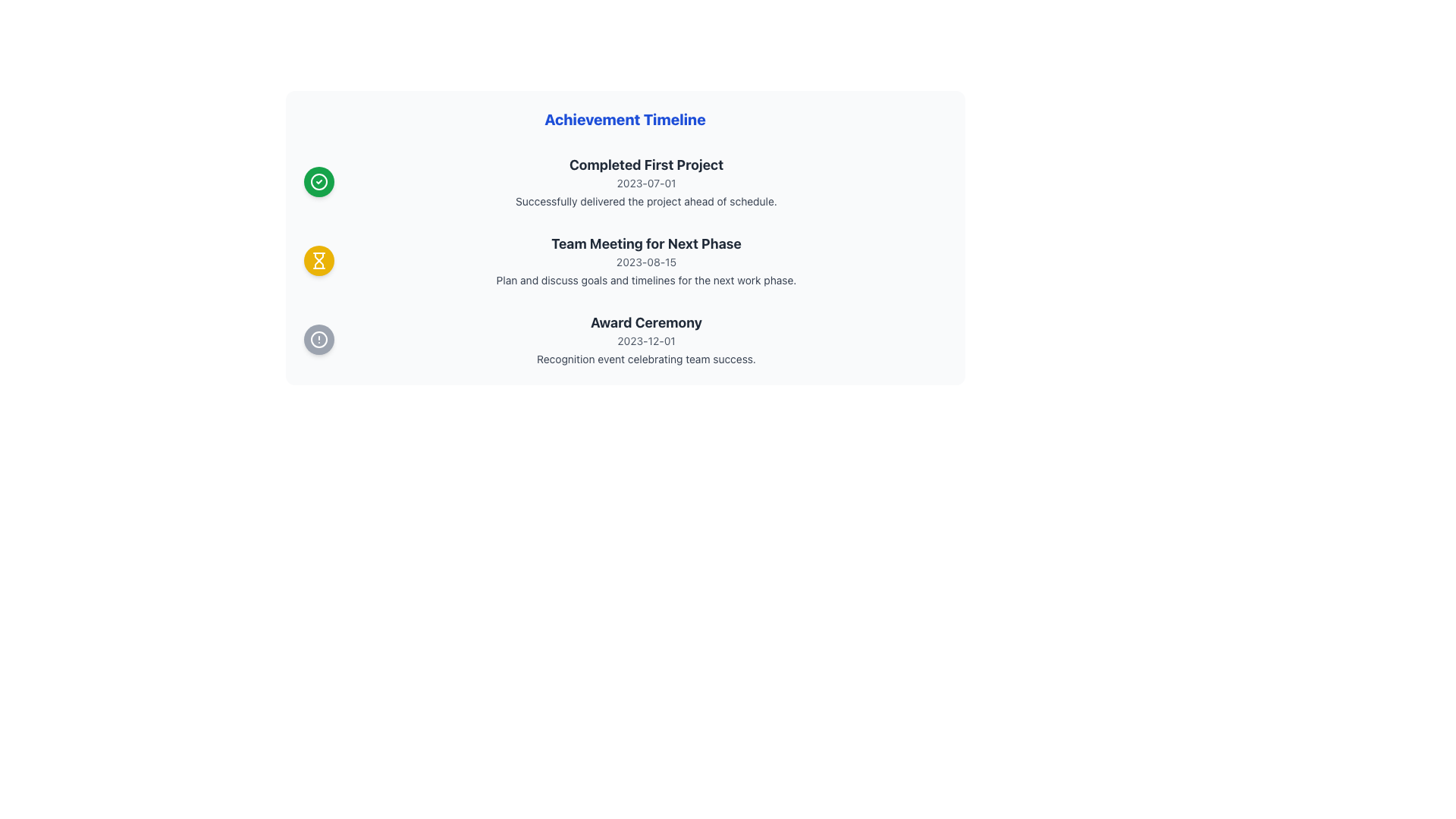  Describe the element at coordinates (646, 262) in the screenshot. I see `date displayed in the text block element, which shows '2023-08-15' and is located below the title 'Team Meeting for Next Phase'` at that location.